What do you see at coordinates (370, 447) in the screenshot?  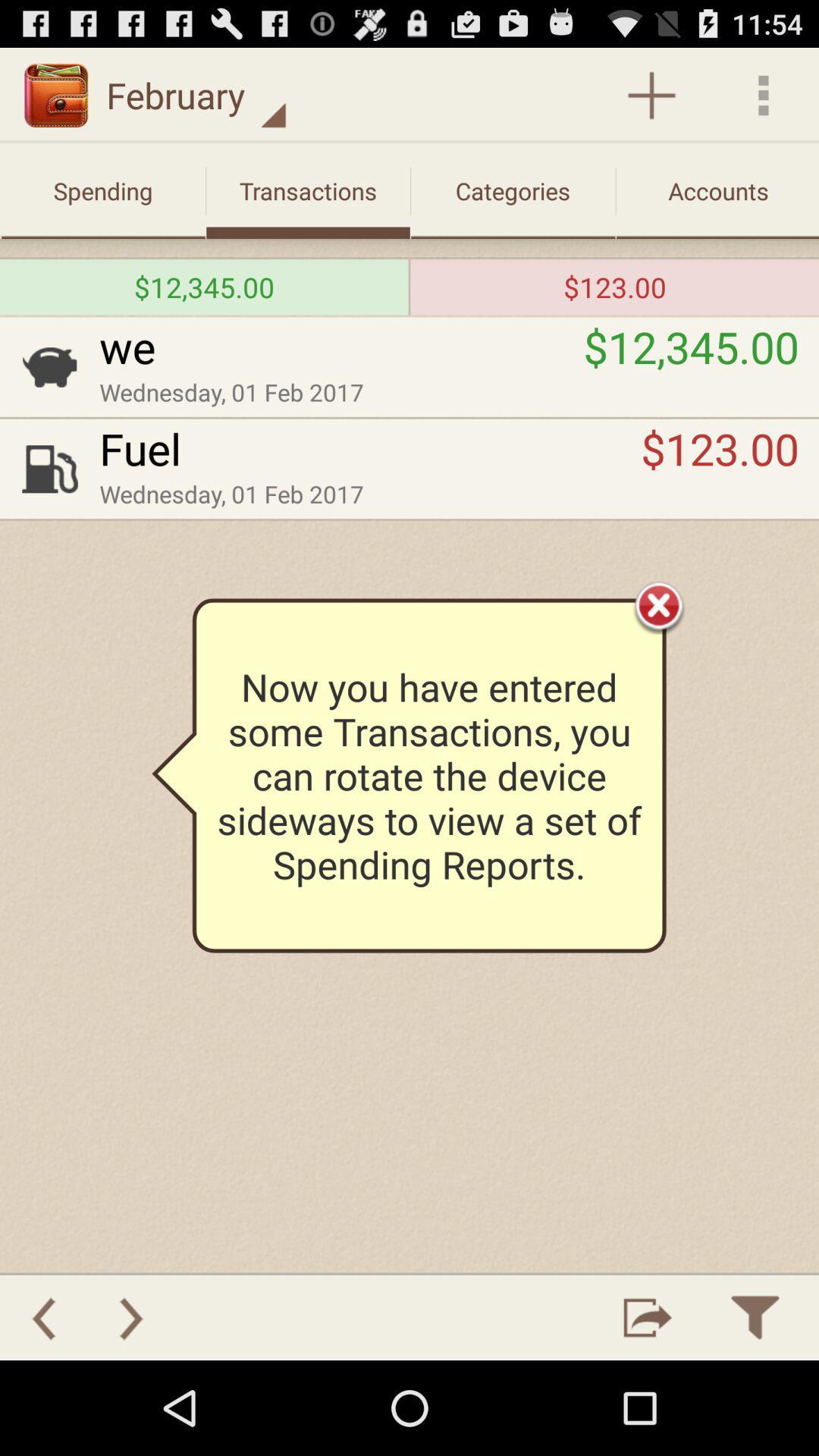 I see `the fuel app` at bounding box center [370, 447].